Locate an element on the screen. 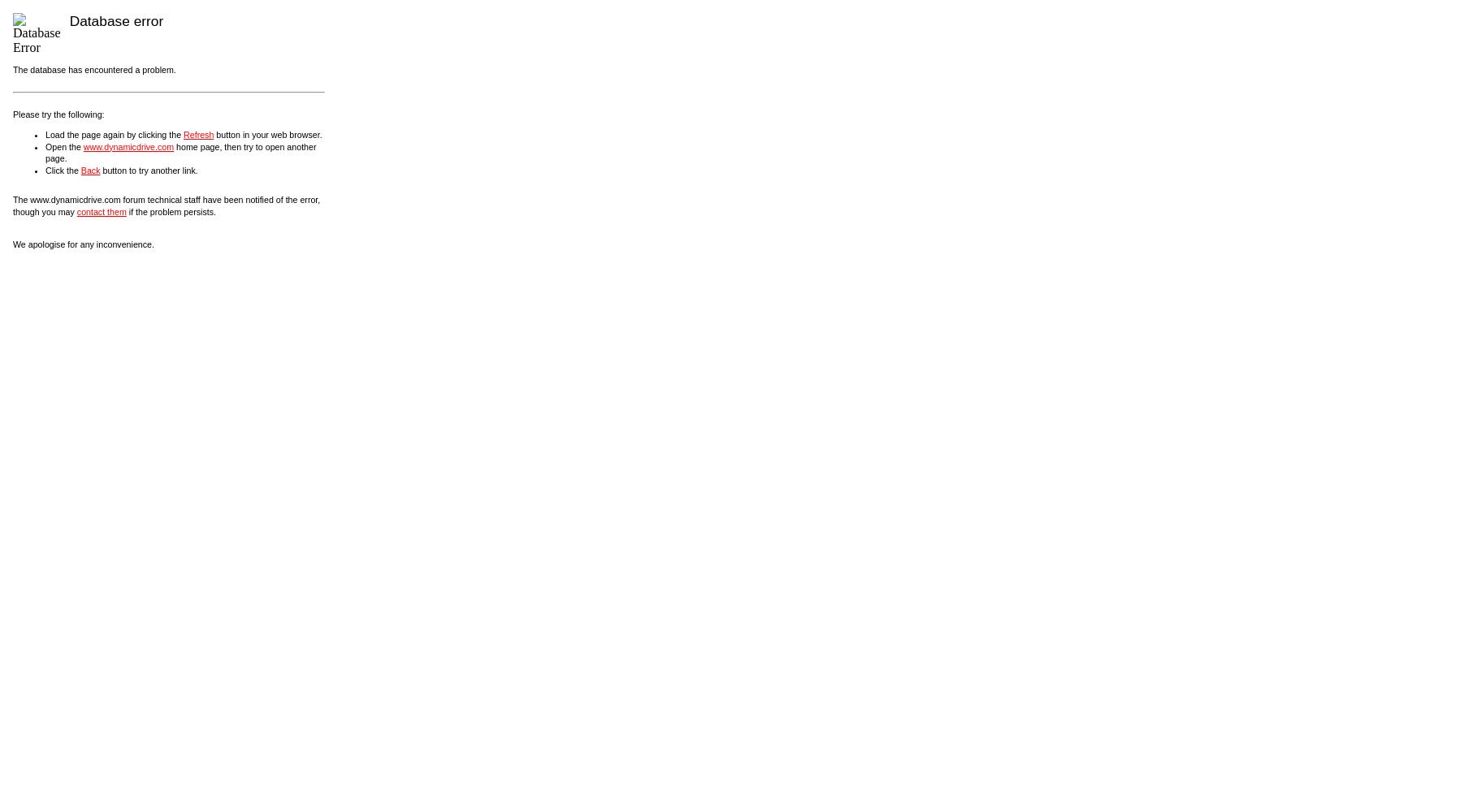 This screenshot has width=1471, height=812. 'www.dynamicdrive.com' is located at coordinates (127, 146).